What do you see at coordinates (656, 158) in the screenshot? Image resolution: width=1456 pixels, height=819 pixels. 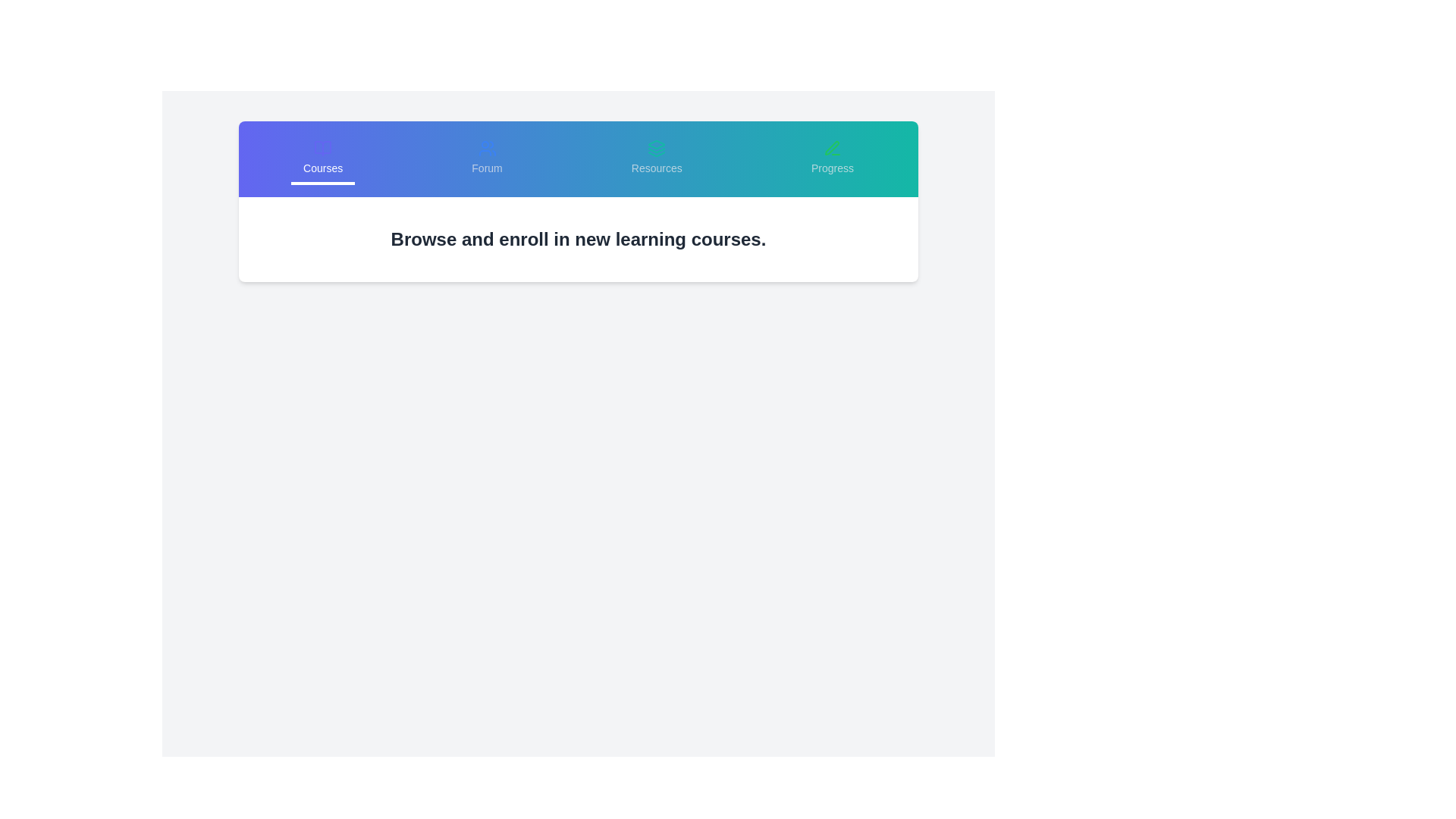 I see `the tab labeled Resources` at bounding box center [656, 158].